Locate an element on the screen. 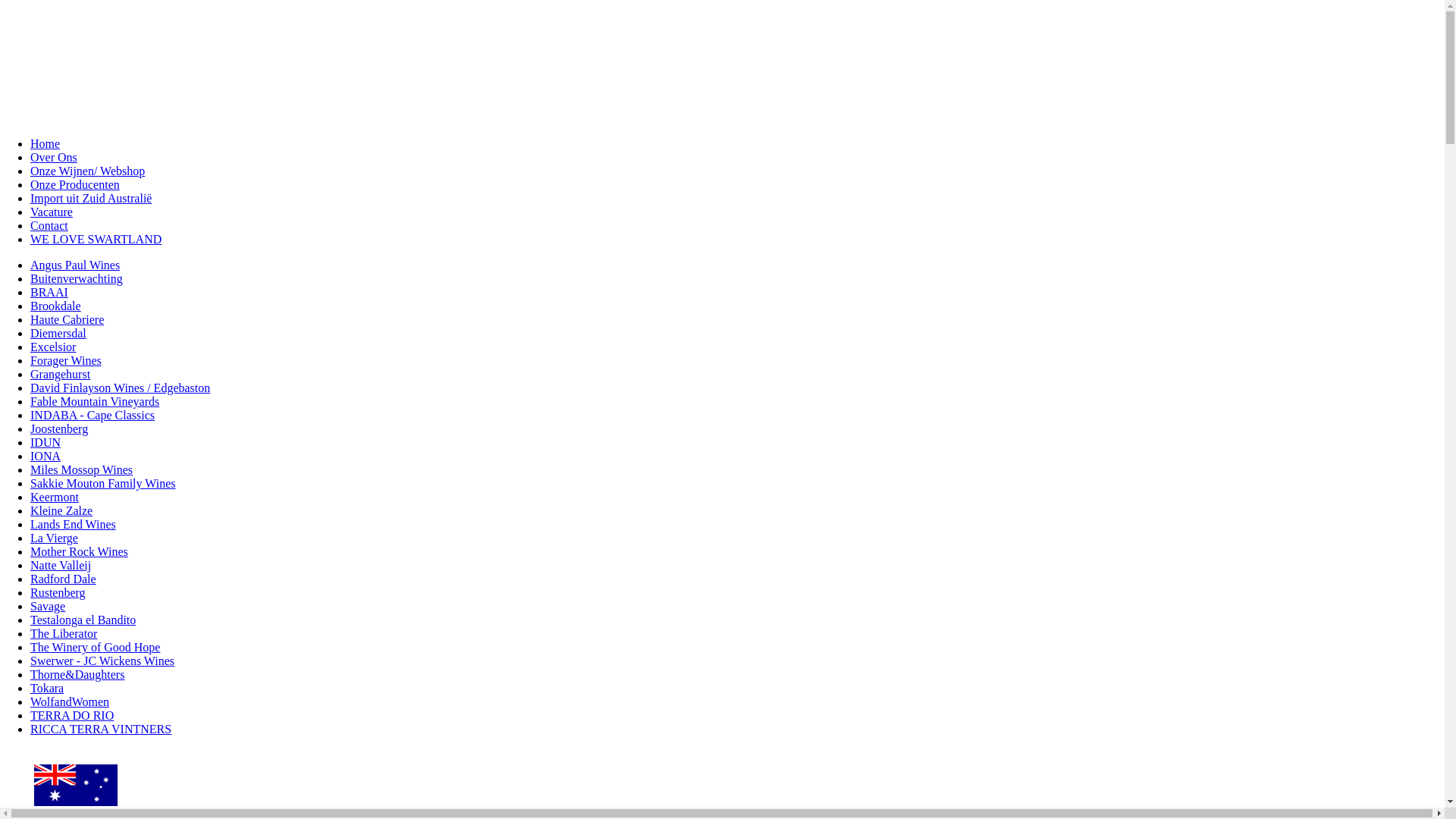 Image resolution: width=1456 pixels, height=819 pixels. 'Excelsior' is located at coordinates (53, 347).